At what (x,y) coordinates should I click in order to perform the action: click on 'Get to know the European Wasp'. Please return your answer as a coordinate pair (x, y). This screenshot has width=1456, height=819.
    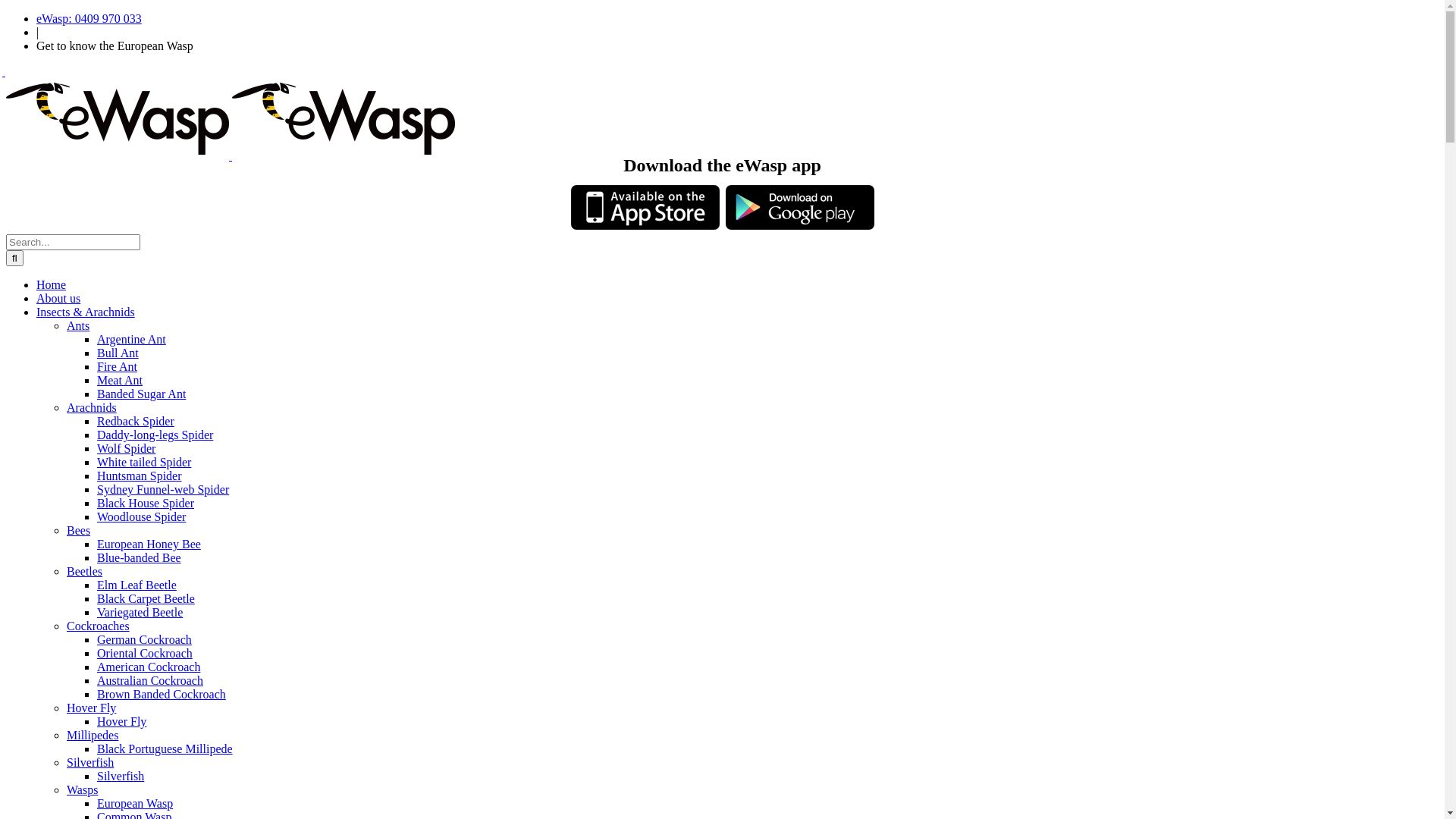
    Looking at the image, I should click on (114, 45).